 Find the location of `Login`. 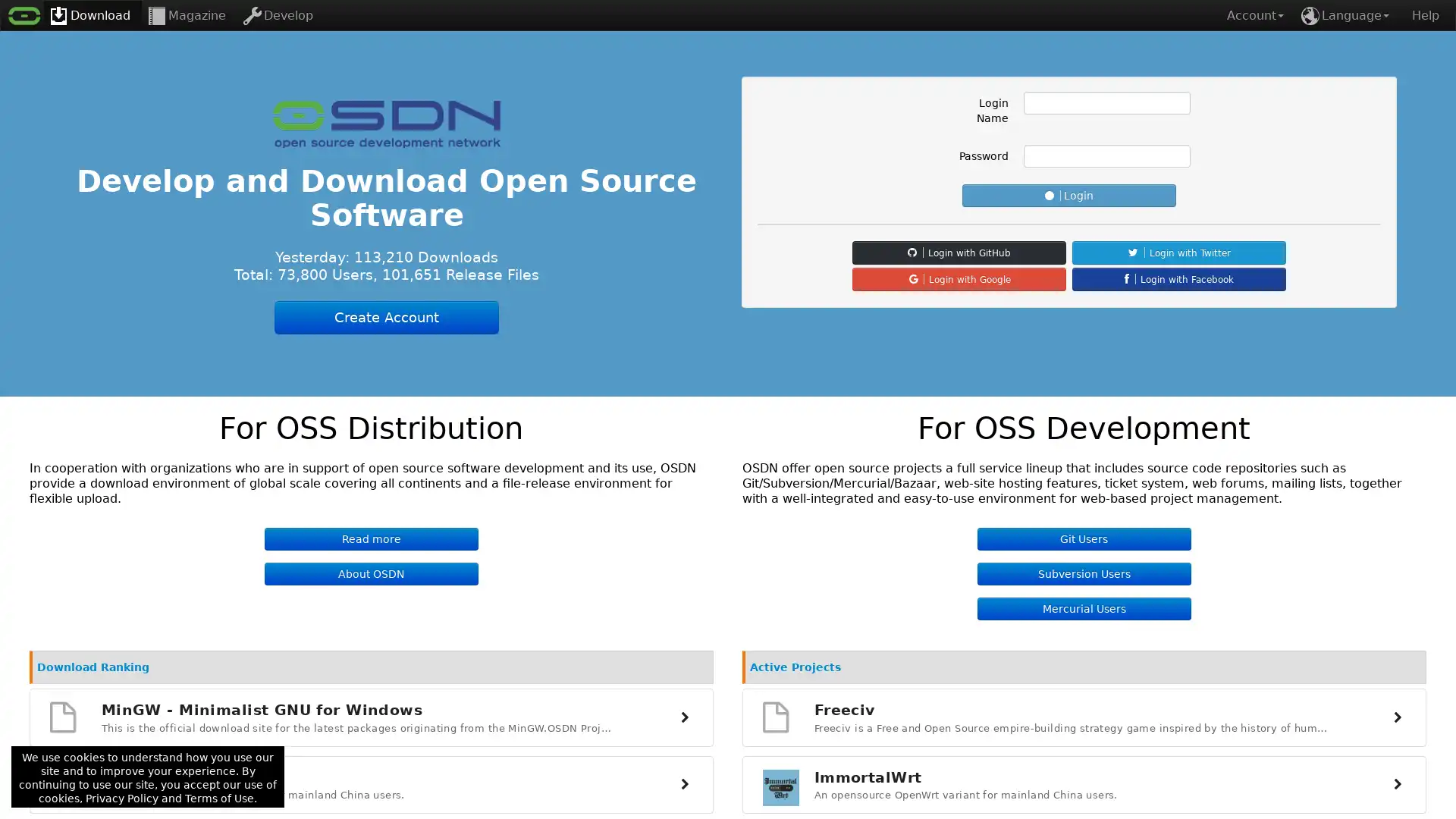

Login is located at coordinates (1068, 195).